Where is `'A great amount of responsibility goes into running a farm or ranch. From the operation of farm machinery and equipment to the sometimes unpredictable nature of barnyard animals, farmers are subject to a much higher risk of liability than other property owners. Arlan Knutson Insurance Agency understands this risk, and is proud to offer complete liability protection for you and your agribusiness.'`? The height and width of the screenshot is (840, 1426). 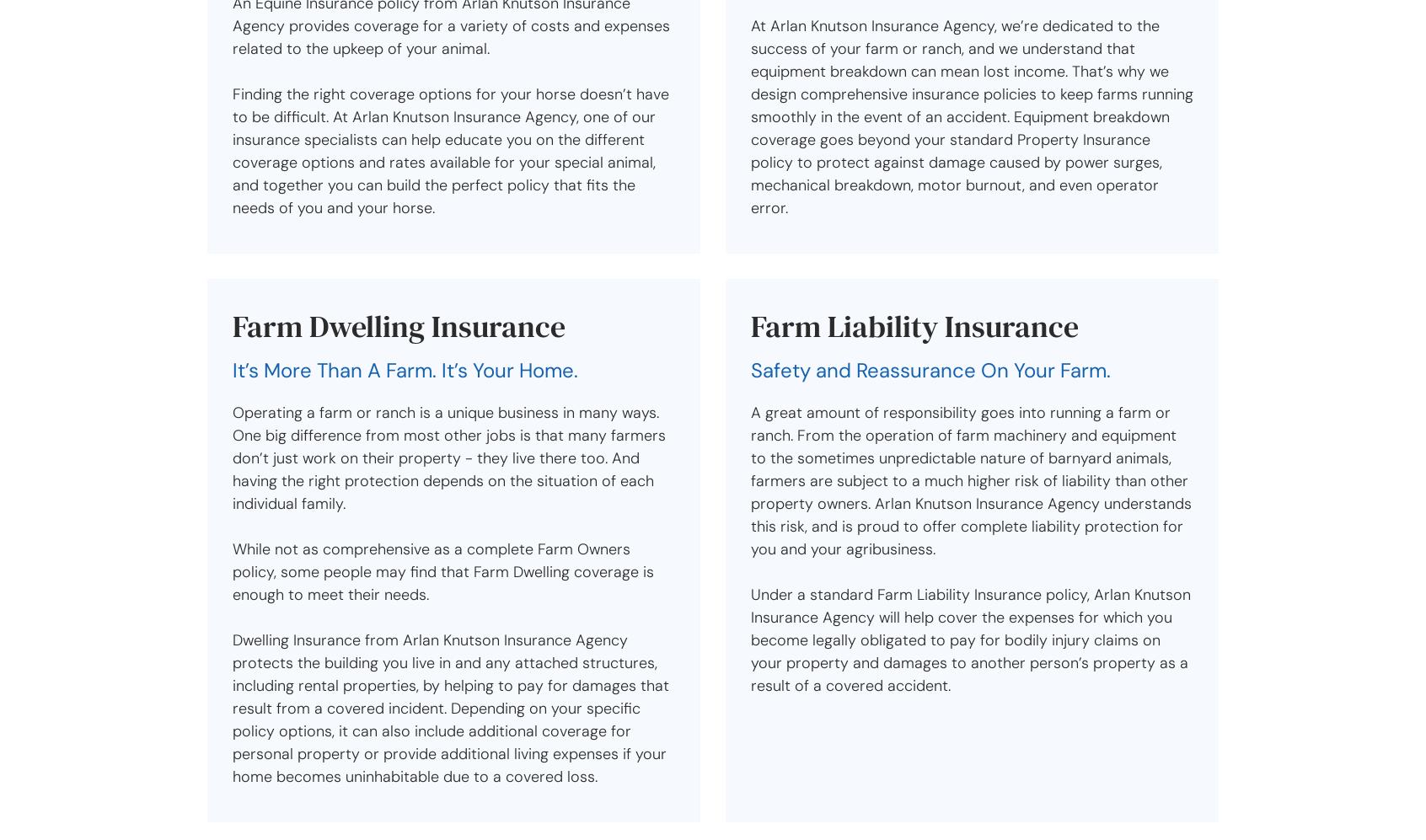
'A great amount of responsibility goes into running a farm or ranch. From the operation of farm machinery and equipment to the sometimes unpredictable nature of barnyard animals, farmers are subject to a much higher risk of liability than other property owners. Arlan Knutson Insurance Agency understands this risk, and is proud to offer complete liability protection for you and your agribusiness.' is located at coordinates (970, 480).